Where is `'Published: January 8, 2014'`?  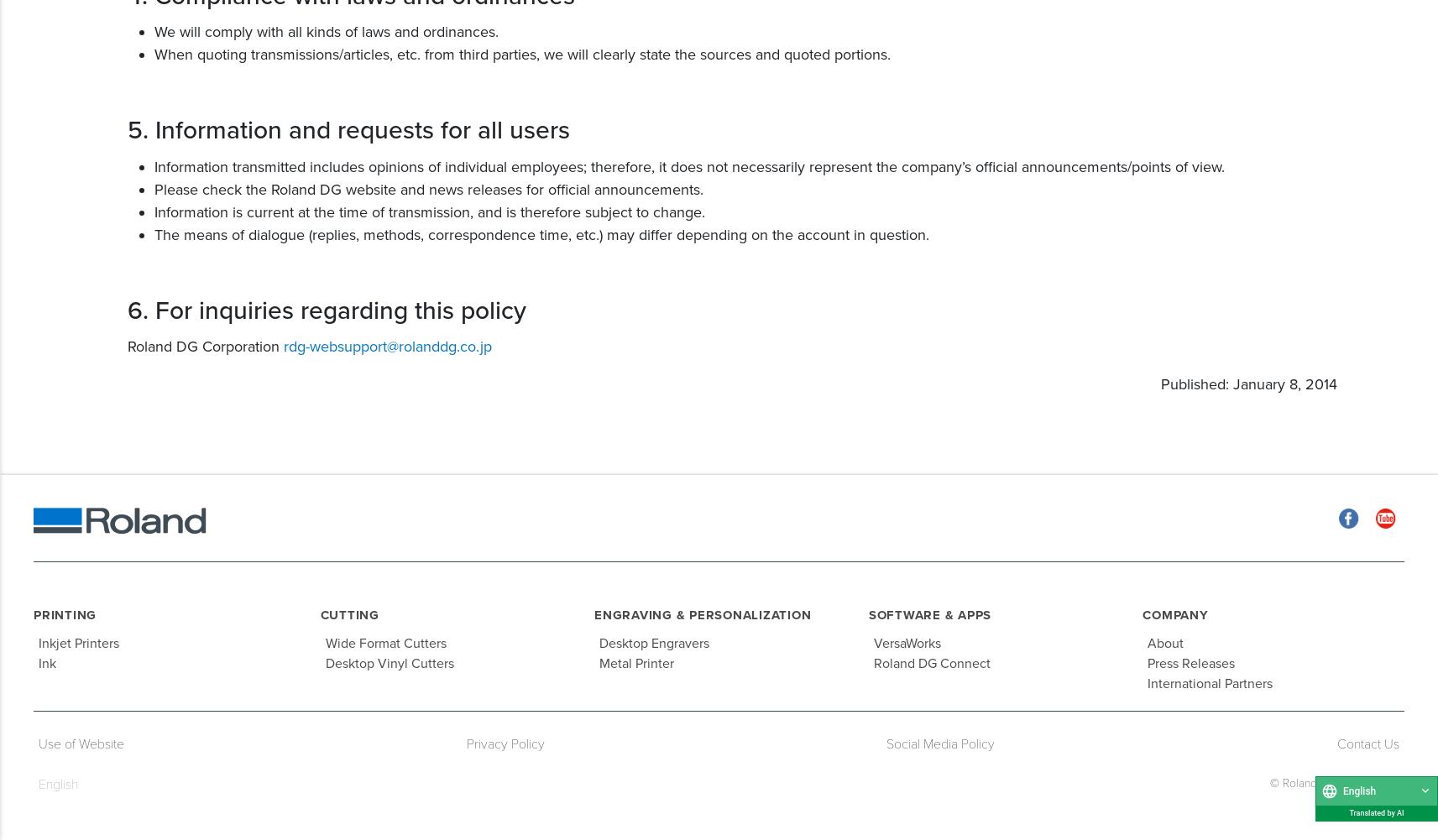
'Published: January 8, 2014' is located at coordinates (1160, 383).